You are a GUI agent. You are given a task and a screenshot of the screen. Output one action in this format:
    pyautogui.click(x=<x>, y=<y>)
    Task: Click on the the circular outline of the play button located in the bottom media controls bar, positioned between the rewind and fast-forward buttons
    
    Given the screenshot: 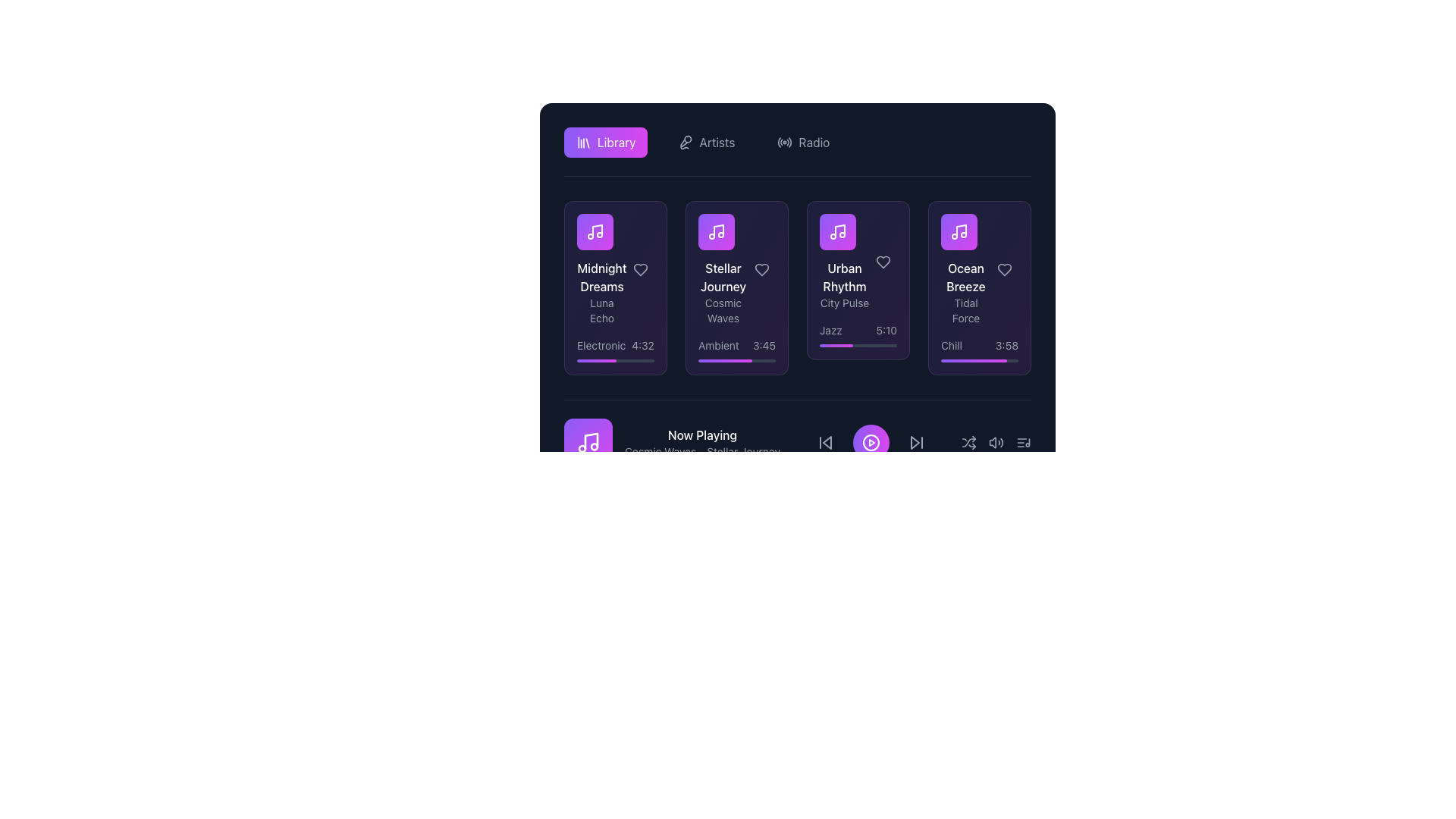 What is the action you would take?
    pyautogui.click(x=871, y=442)
    